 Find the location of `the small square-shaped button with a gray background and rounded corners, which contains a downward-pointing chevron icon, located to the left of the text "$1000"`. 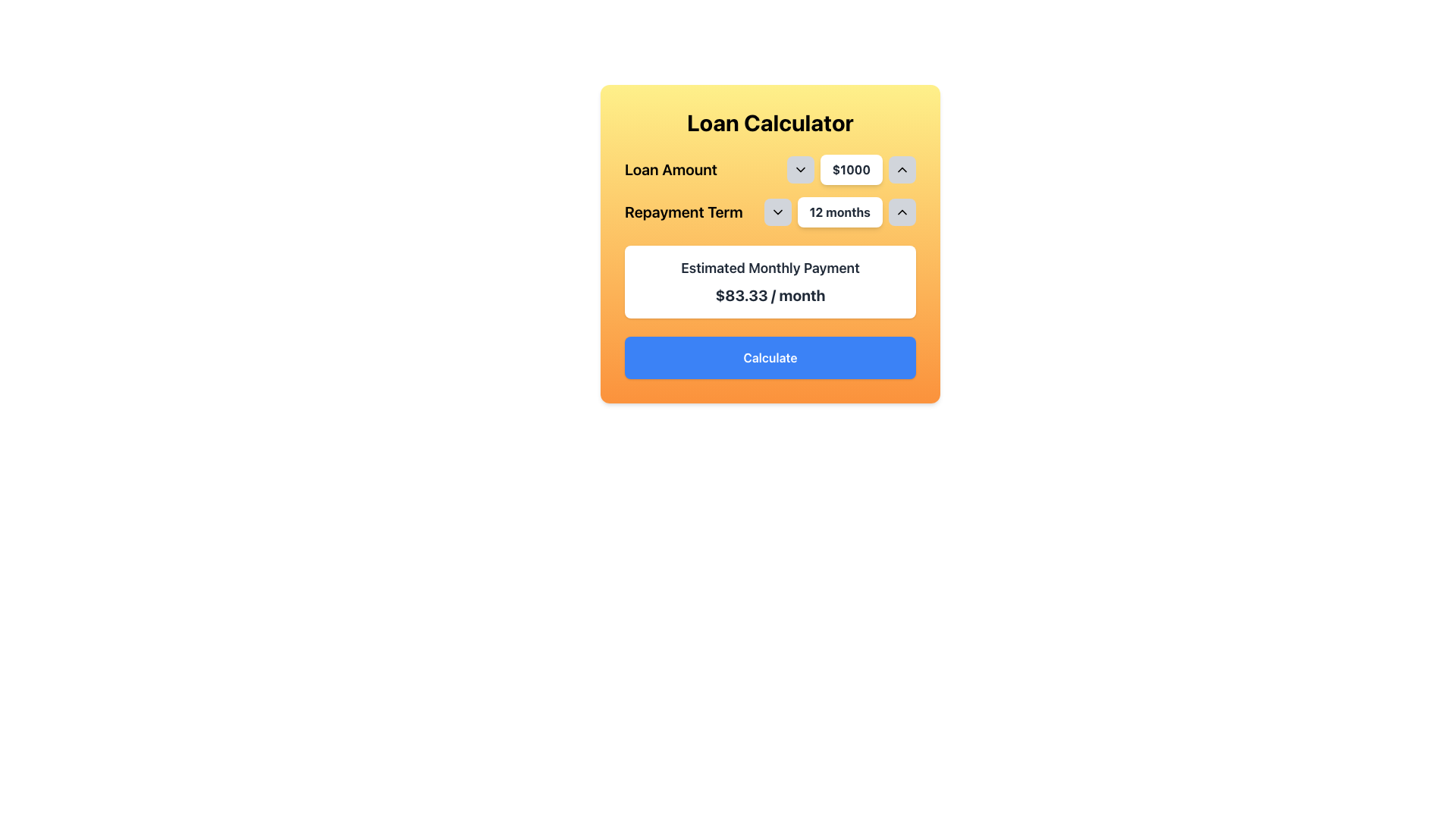

the small square-shaped button with a gray background and rounded corners, which contains a downward-pointing chevron icon, located to the left of the text "$1000" is located at coordinates (799, 169).